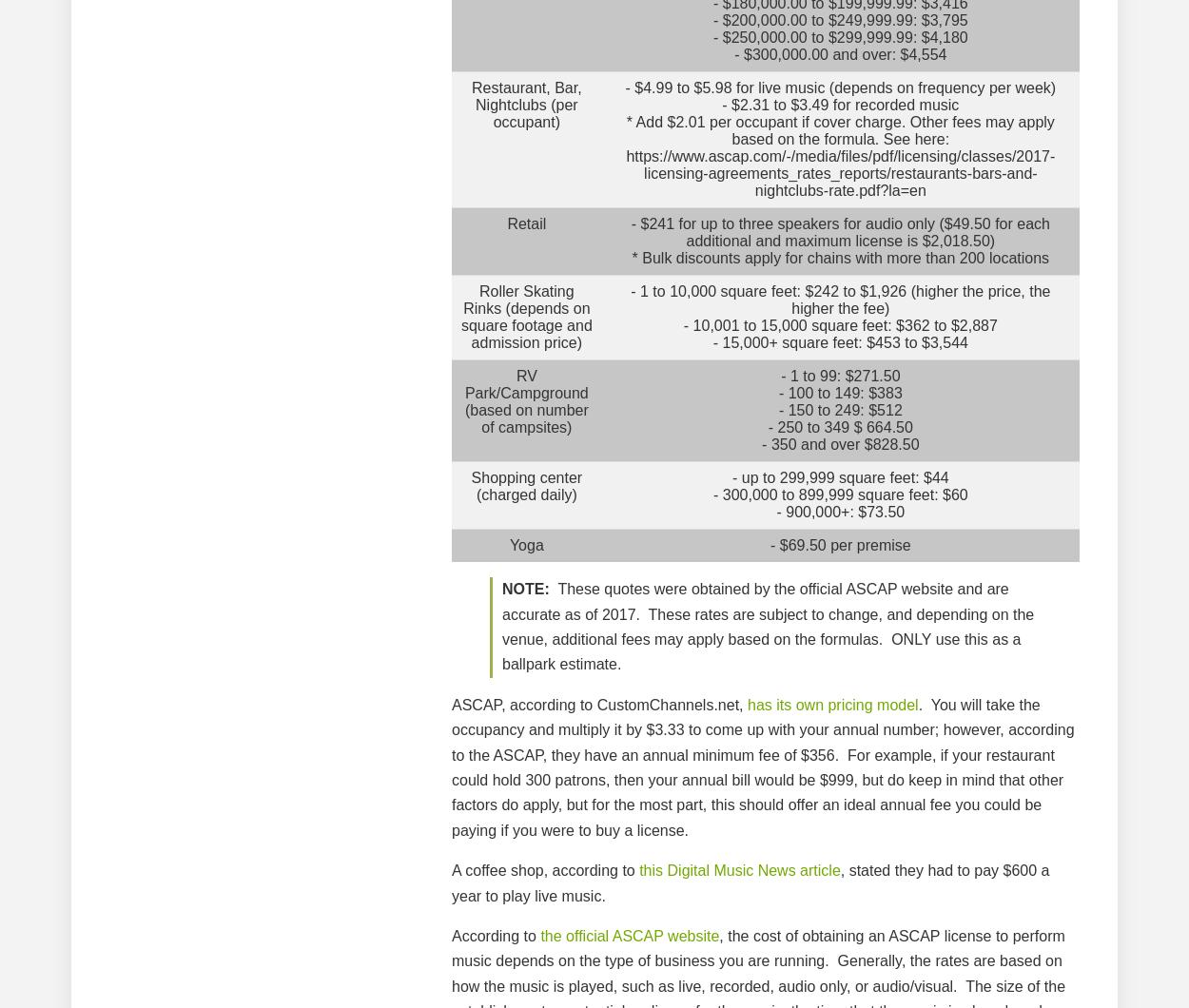  What do you see at coordinates (840, 545) in the screenshot?
I see `'- $69.50 per premise'` at bounding box center [840, 545].